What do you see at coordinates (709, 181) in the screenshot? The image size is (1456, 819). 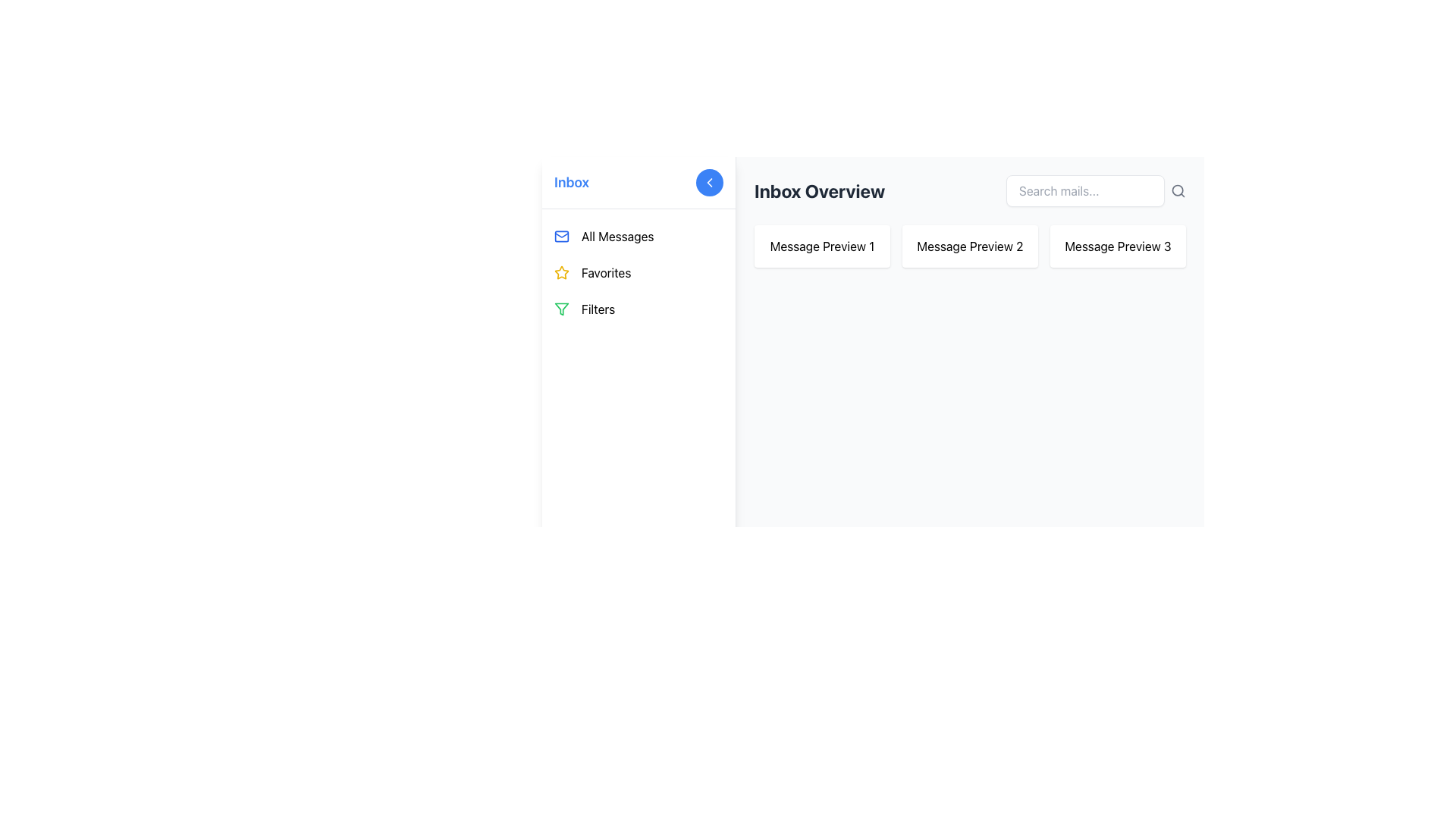 I see `the leftward-pointing chevron icon located in the top-right corner of the application interface` at bounding box center [709, 181].